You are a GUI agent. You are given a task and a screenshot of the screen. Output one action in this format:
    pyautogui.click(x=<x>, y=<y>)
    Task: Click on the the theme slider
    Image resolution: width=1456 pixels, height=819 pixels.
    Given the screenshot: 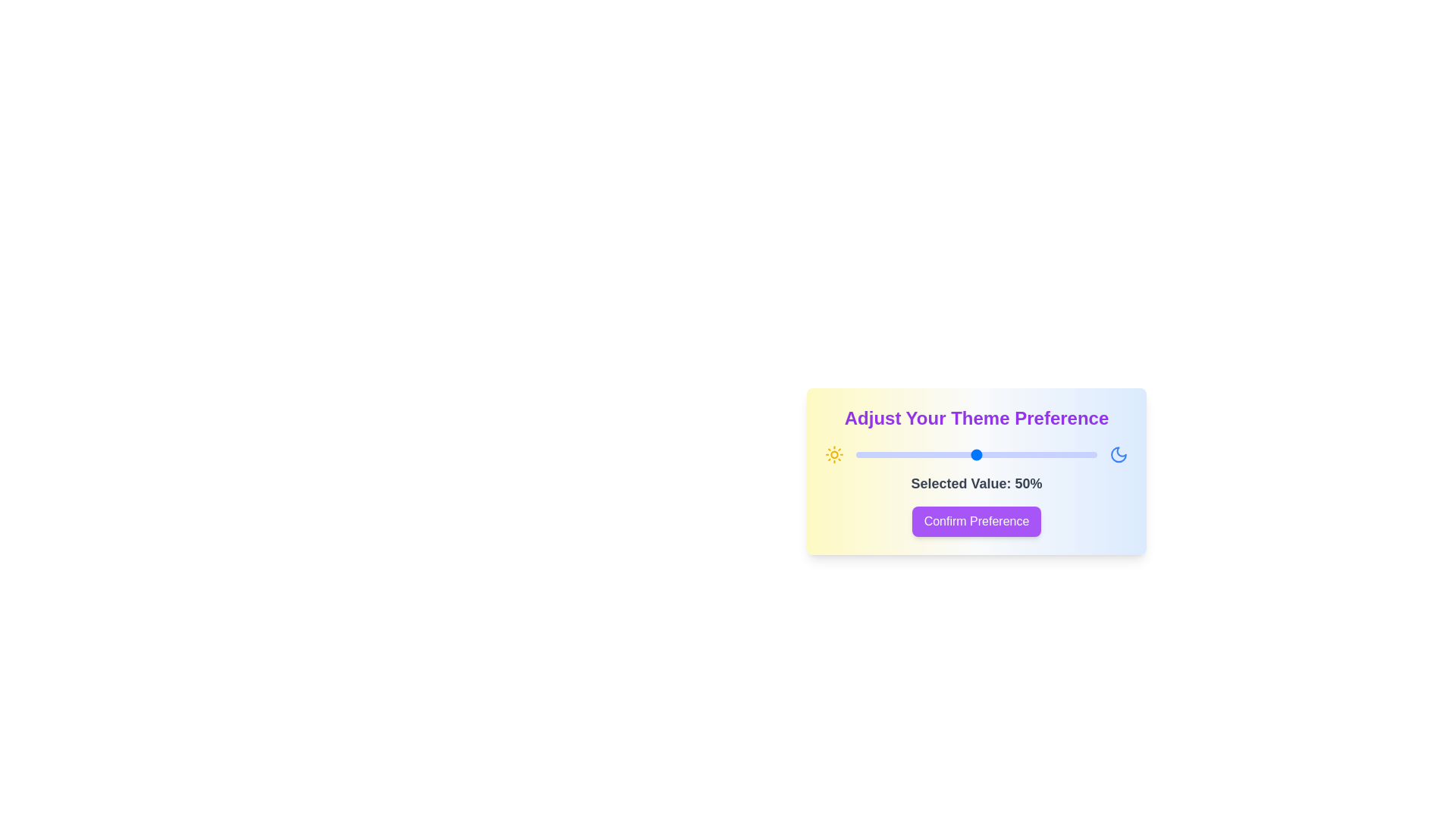 What is the action you would take?
    pyautogui.click(x=866, y=454)
    